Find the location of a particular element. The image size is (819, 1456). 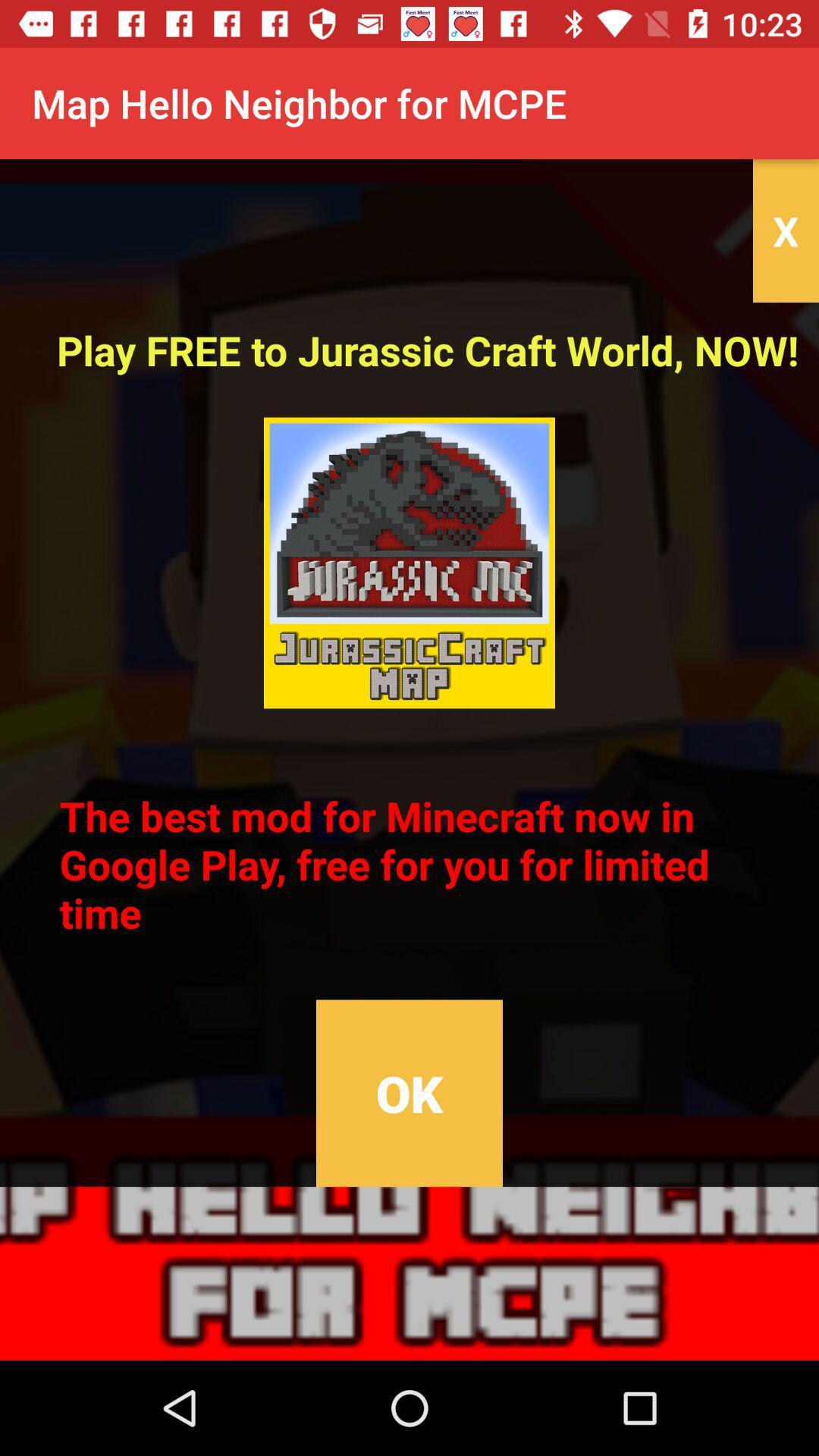

ok item is located at coordinates (409, 1093).